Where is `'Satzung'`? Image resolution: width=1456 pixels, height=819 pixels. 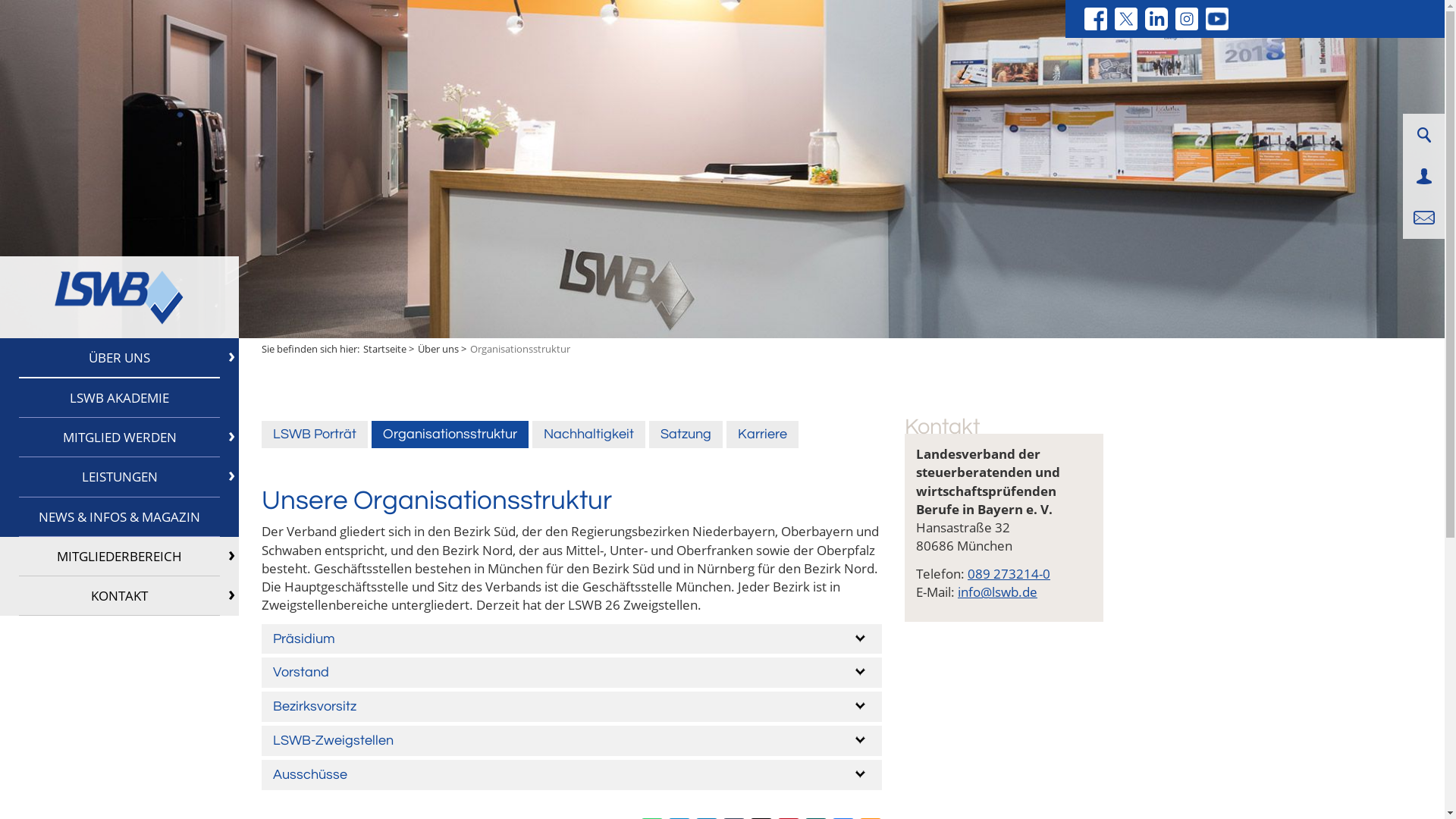 'Satzung' is located at coordinates (685, 435).